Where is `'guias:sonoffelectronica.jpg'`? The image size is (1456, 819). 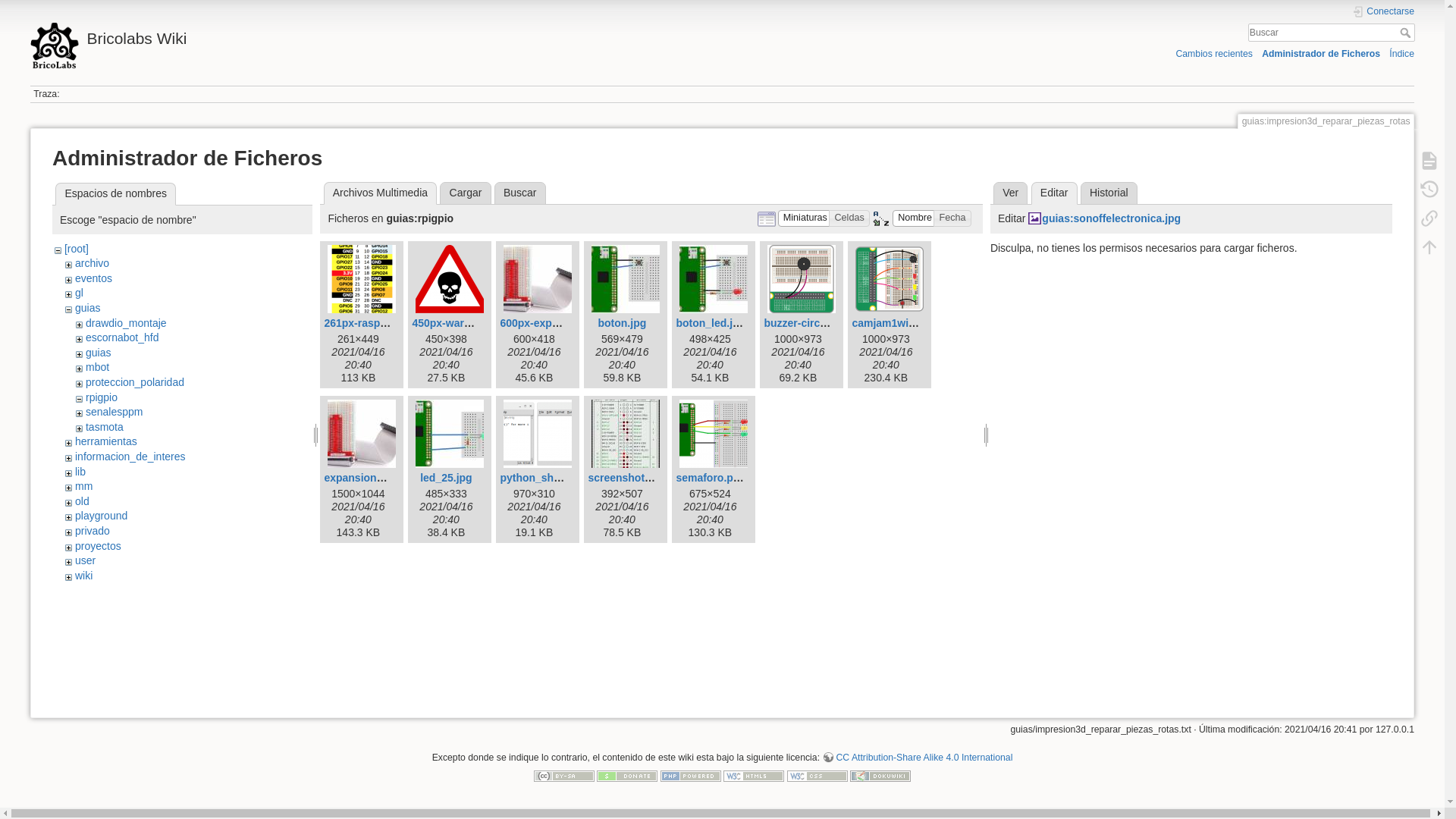
'guias:sonoffelectronica.jpg' is located at coordinates (1104, 218).